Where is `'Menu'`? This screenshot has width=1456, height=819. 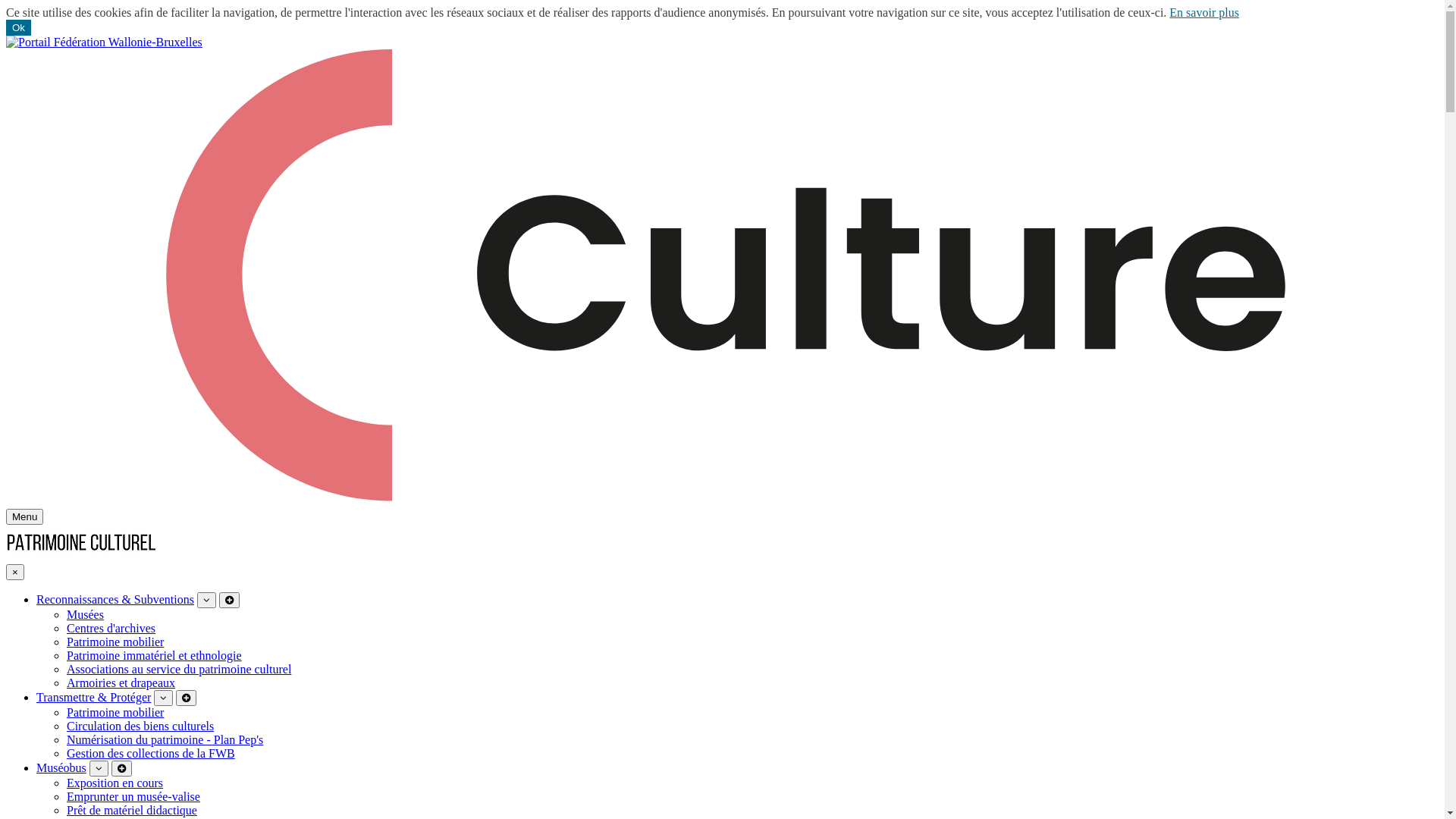 'Menu' is located at coordinates (24, 516).